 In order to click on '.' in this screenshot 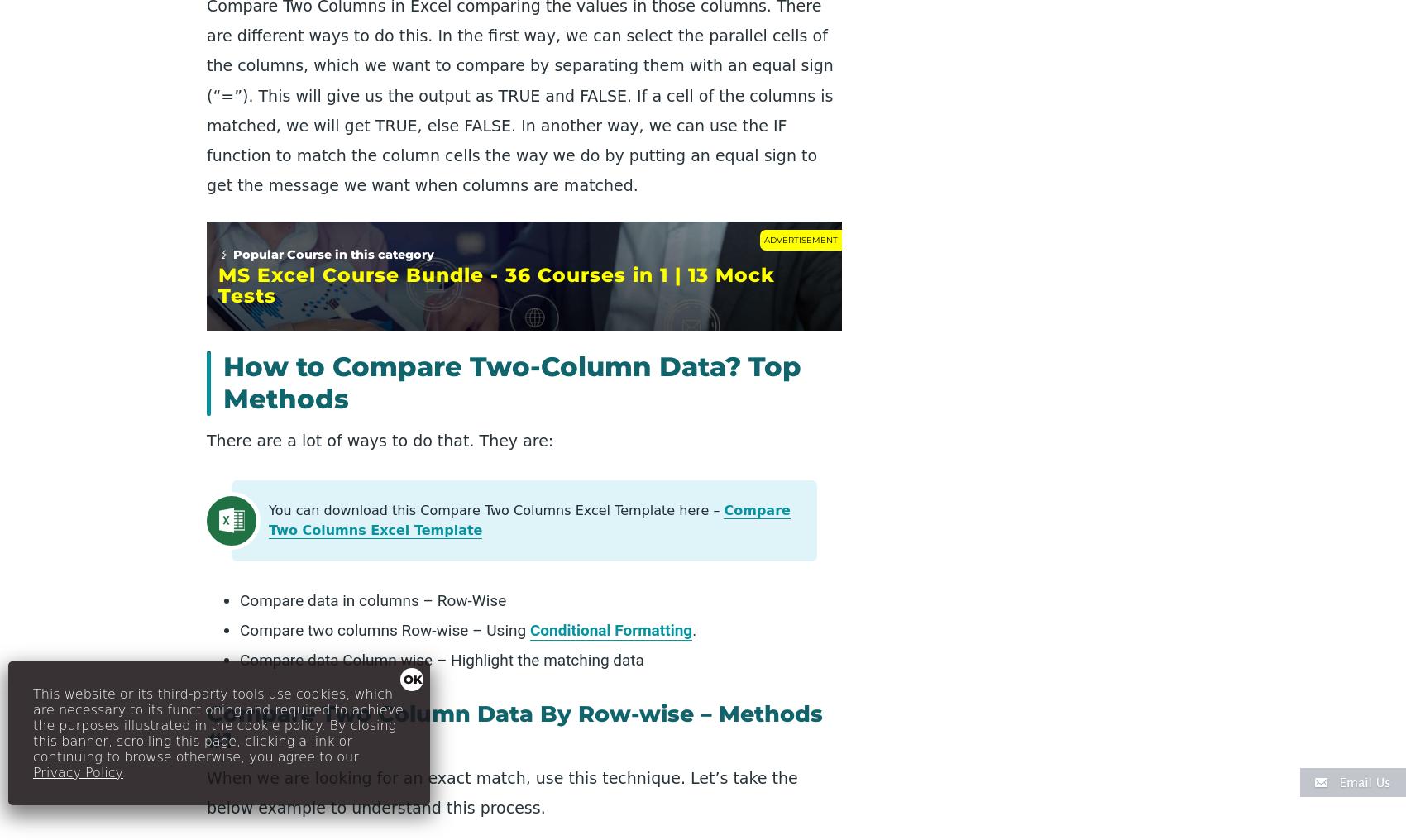, I will do `click(693, 630)`.